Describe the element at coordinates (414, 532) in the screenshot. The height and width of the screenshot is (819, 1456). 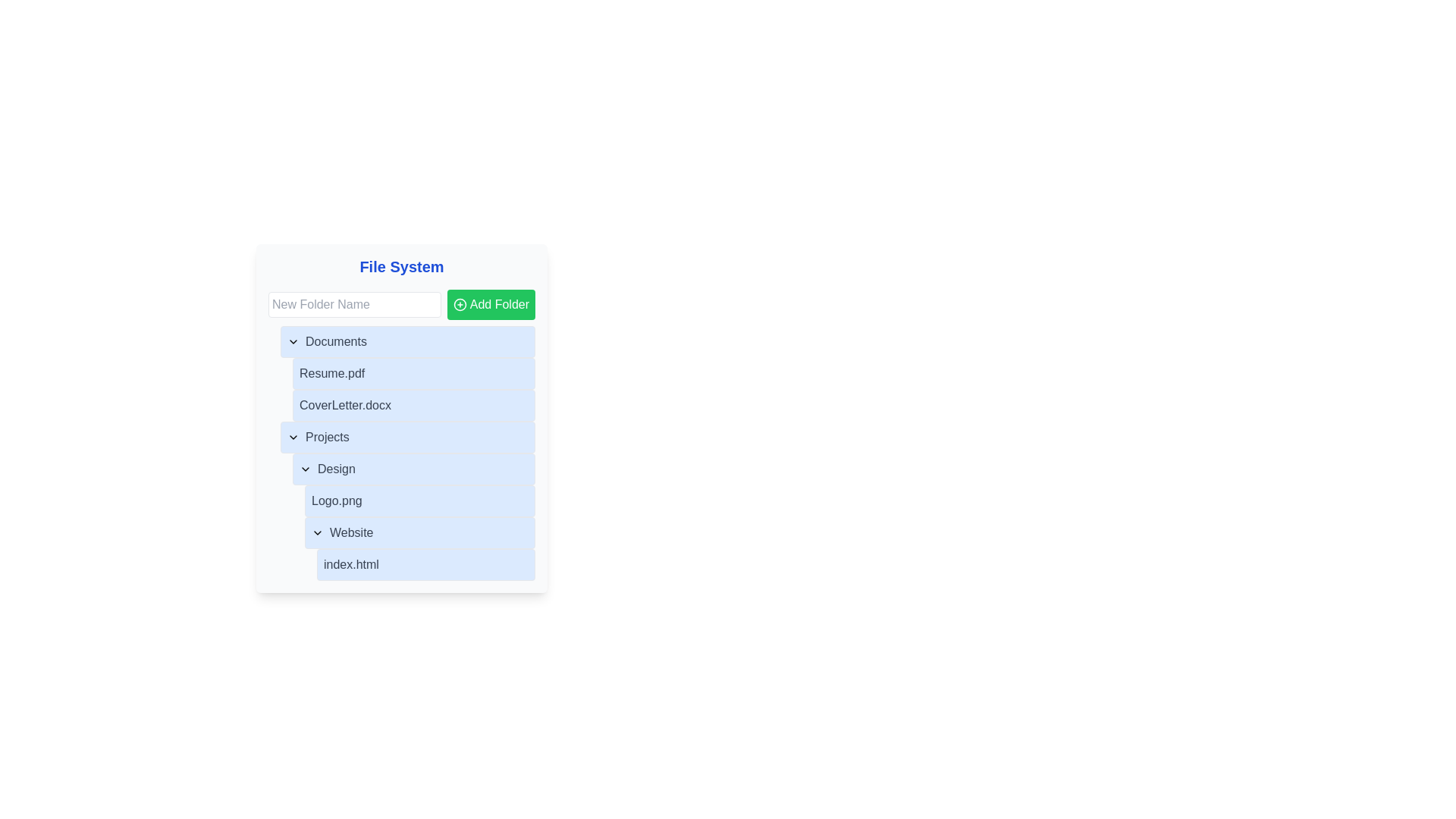
I see `the 'Website' toggleable list item with a blue background and rounded borders located under 'Logo.png'` at that location.